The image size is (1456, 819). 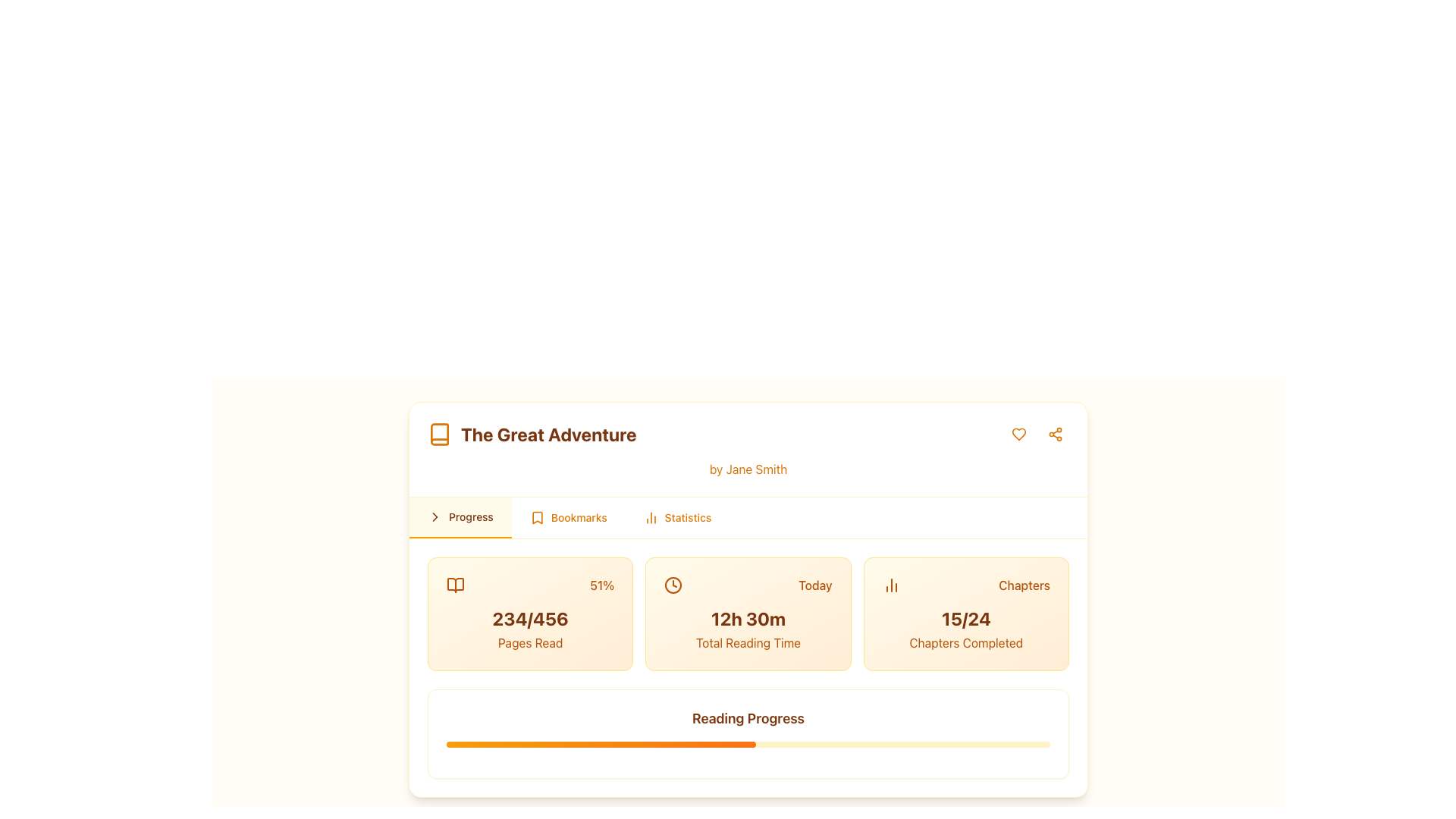 I want to click on the static text label indicating the total reading time '12h 30m', which serves as a descriptor for reading progress statistics, so click(x=748, y=643).